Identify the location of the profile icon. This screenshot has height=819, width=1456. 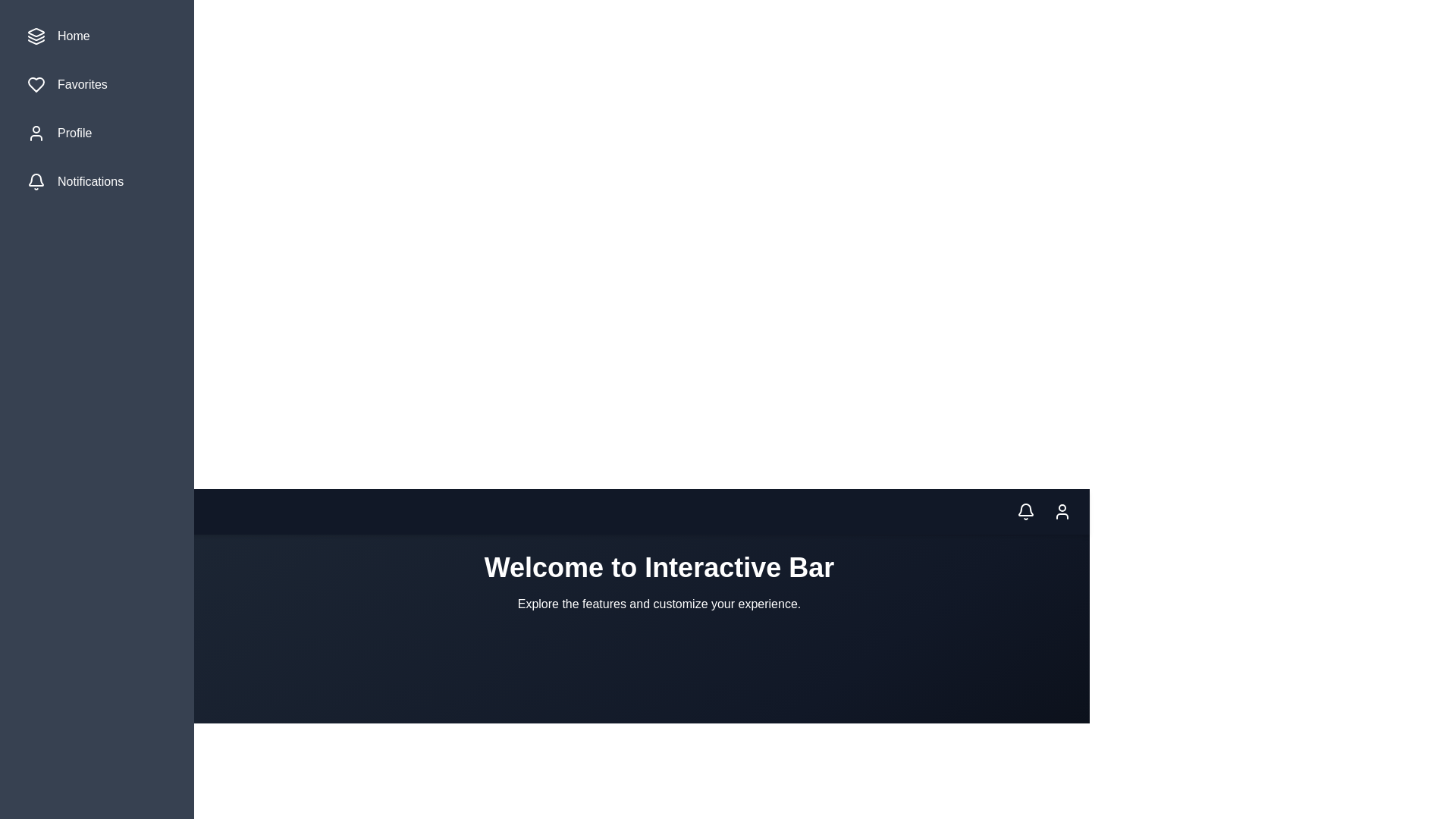
(1062, 512).